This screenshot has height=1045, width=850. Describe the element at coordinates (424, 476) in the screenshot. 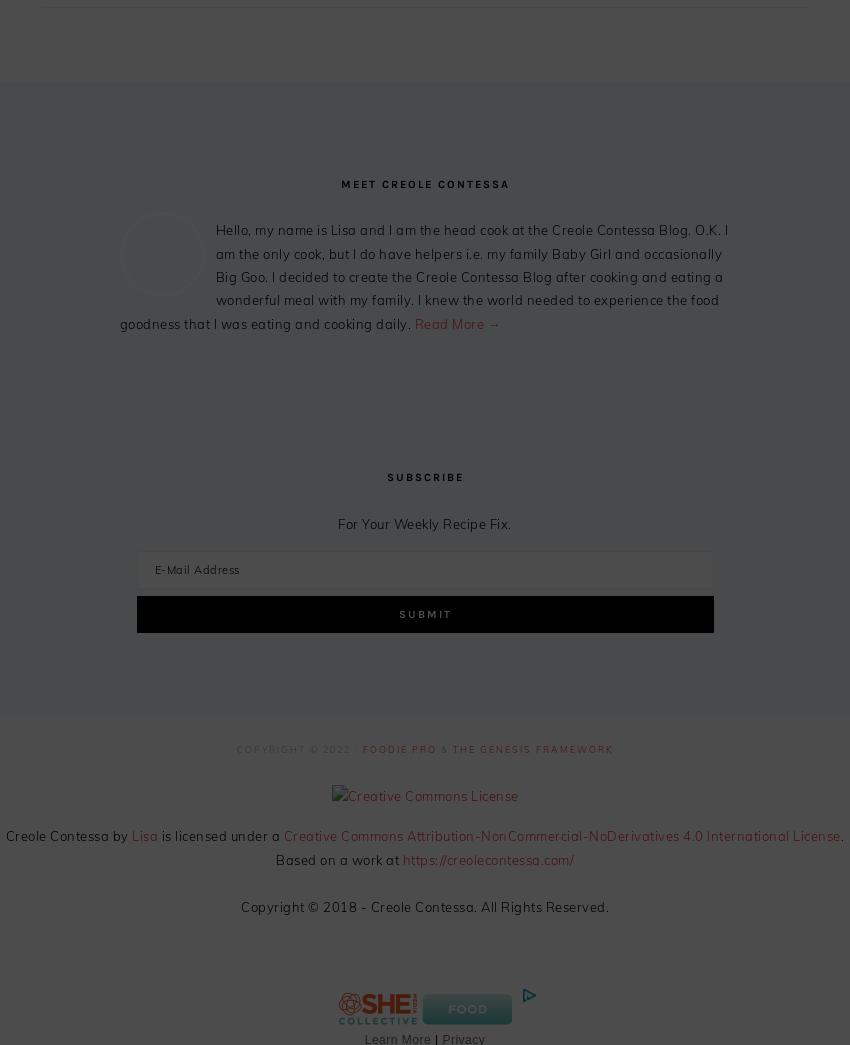

I see `'Subscribe'` at that location.